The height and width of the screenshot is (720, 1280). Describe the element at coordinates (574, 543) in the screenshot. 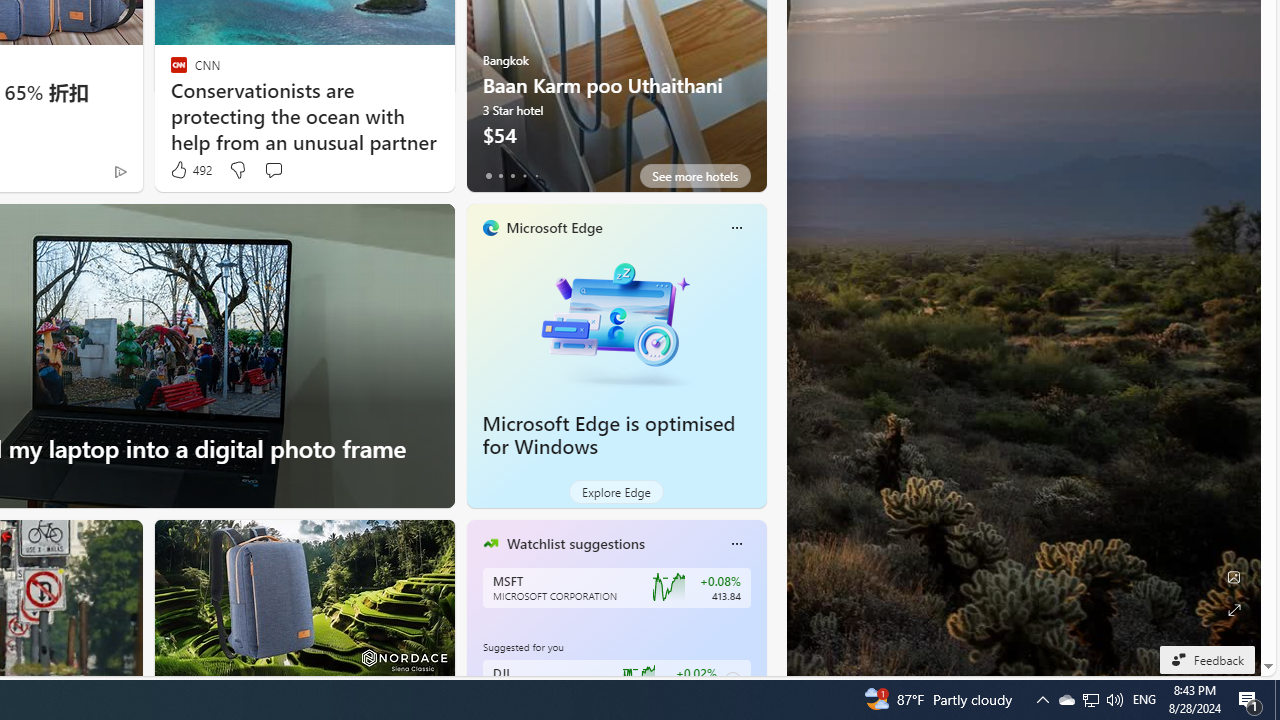

I see `'Watchlist suggestions'` at that location.